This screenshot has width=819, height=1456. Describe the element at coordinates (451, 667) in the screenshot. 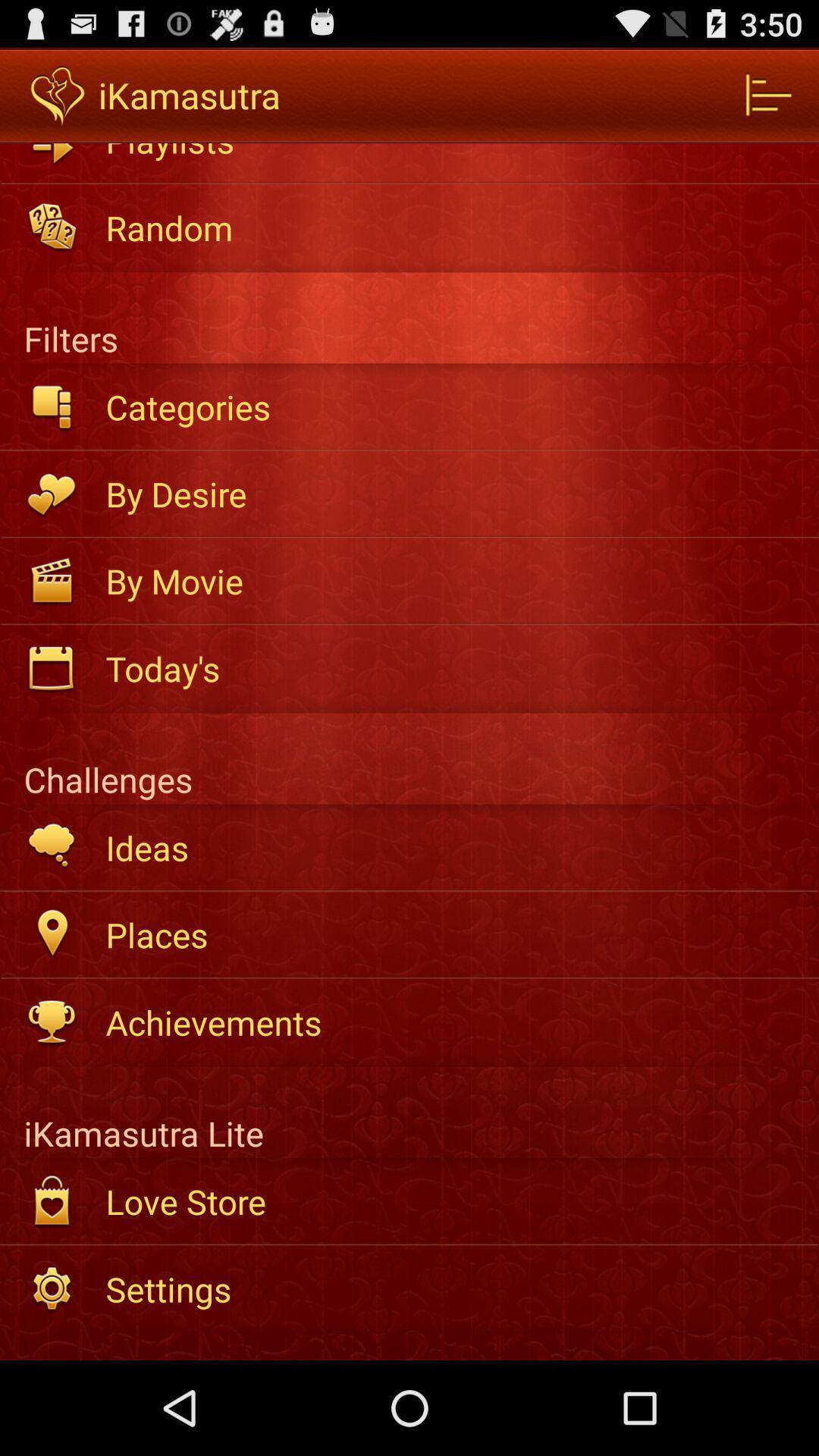

I see `the today's item` at that location.